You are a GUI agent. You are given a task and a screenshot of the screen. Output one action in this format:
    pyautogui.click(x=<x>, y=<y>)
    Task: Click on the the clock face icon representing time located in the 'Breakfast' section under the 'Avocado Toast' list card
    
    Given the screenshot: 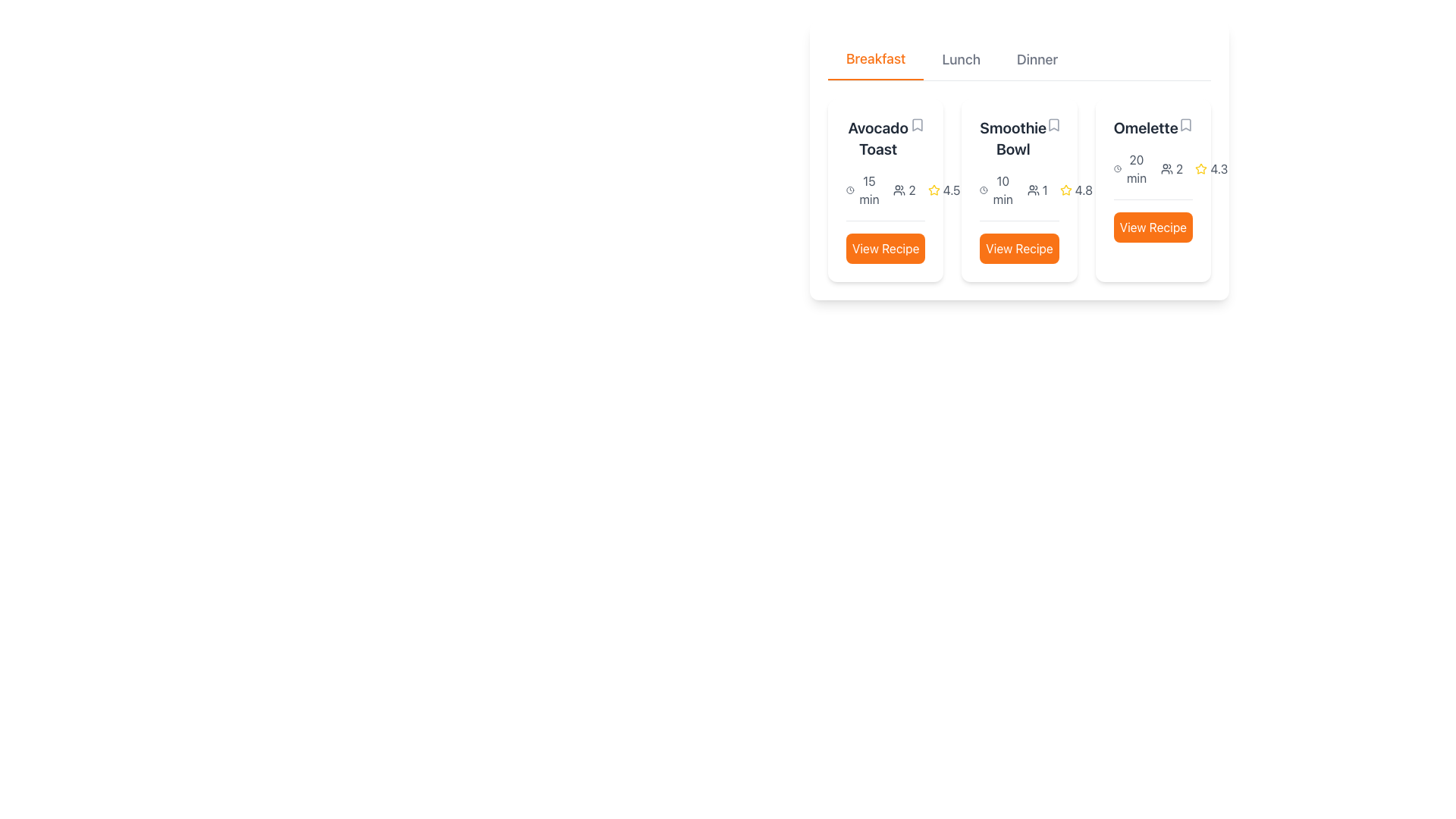 What is the action you would take?
    pyautogui.click(x=850, y=189)
    